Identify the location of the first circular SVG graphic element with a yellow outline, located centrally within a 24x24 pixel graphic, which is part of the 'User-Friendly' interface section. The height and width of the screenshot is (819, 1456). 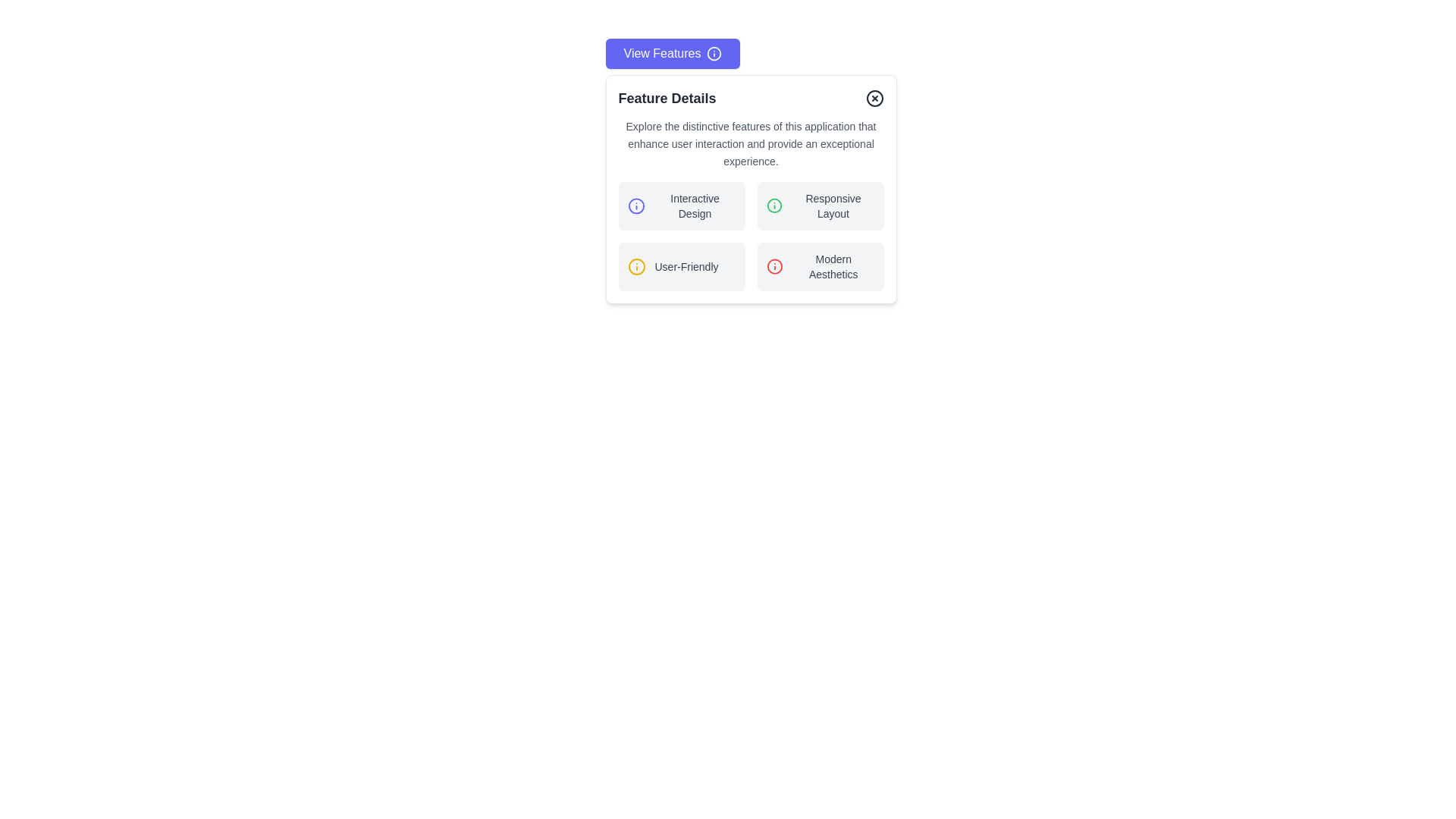
(636, 266).